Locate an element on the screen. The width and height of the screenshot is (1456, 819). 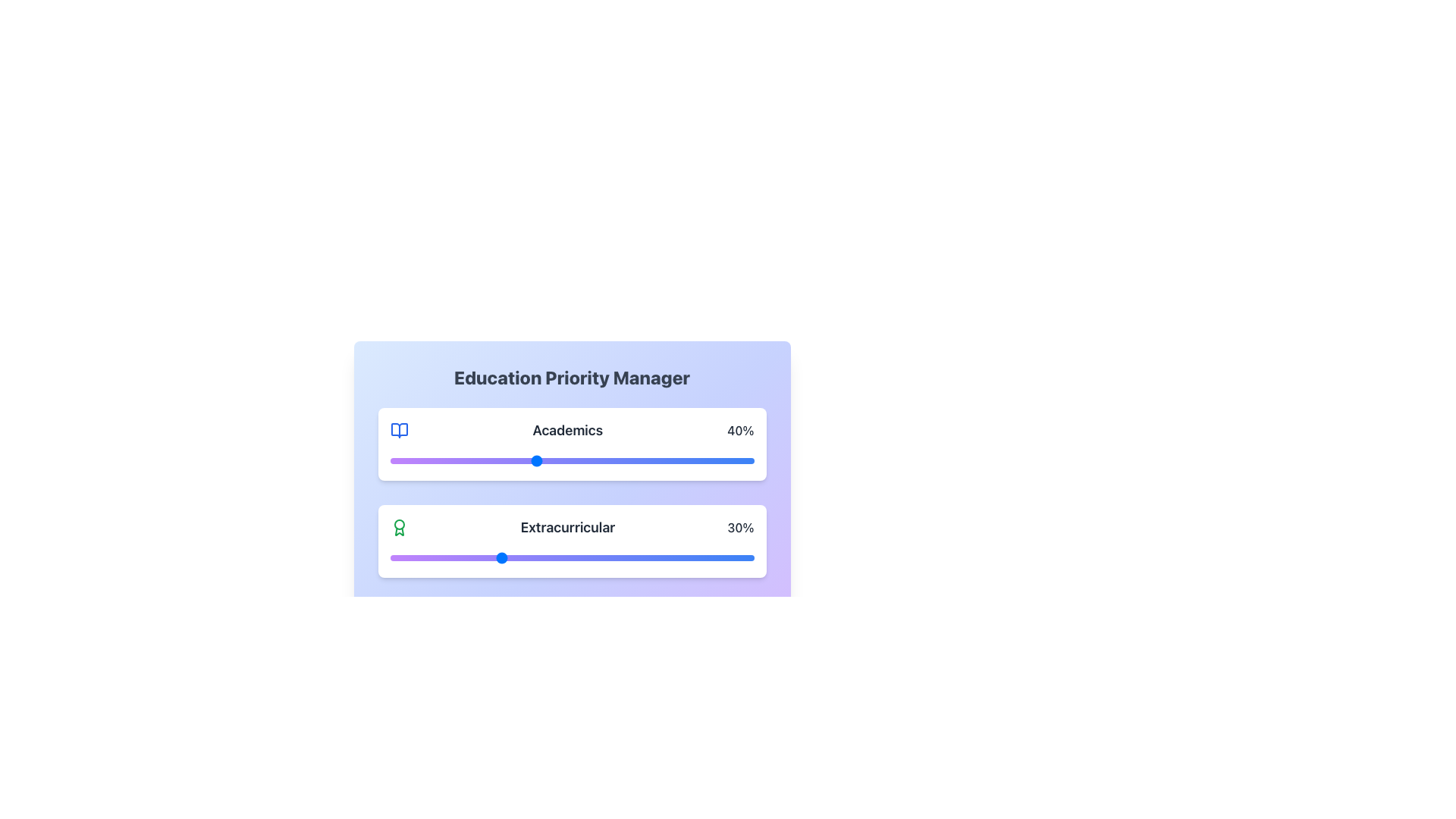
the green badge-like icon resembling an award symbol, which is located to the left of the 'Extracurricular' label in the user interface is located at coordinates (399, 526).